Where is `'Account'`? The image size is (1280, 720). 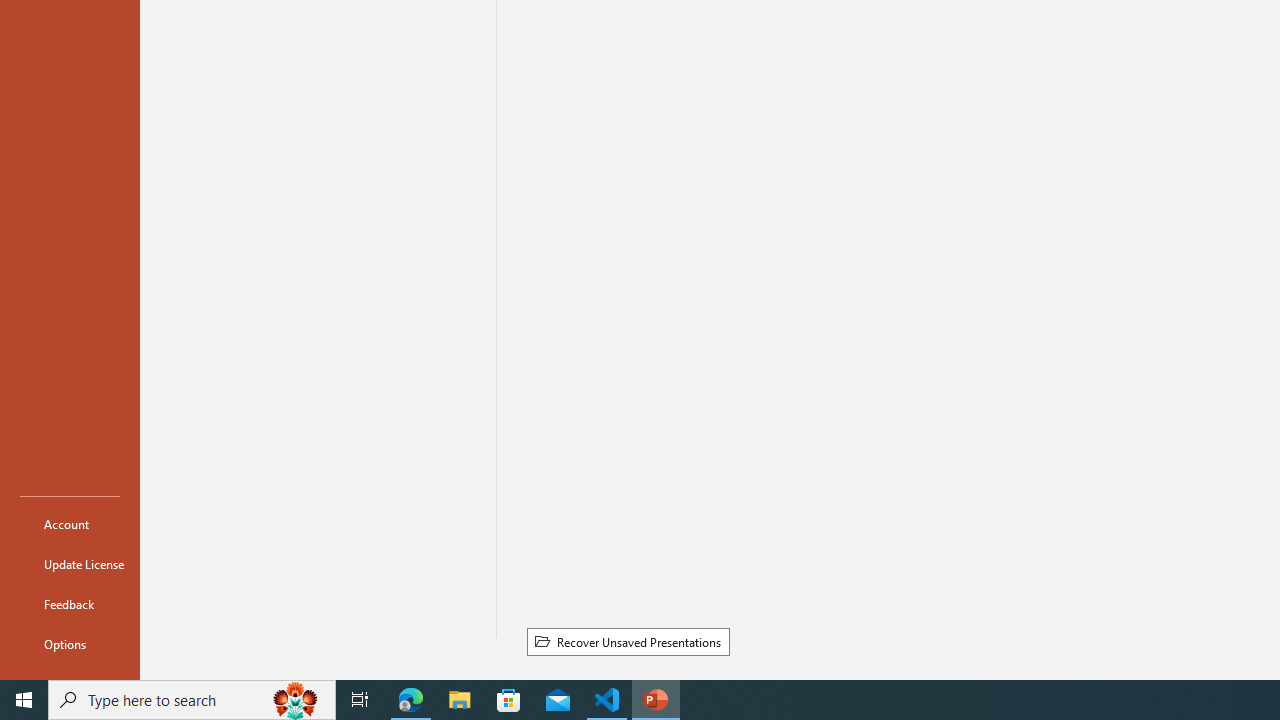
'Account' is located at coordinates (69, 523).